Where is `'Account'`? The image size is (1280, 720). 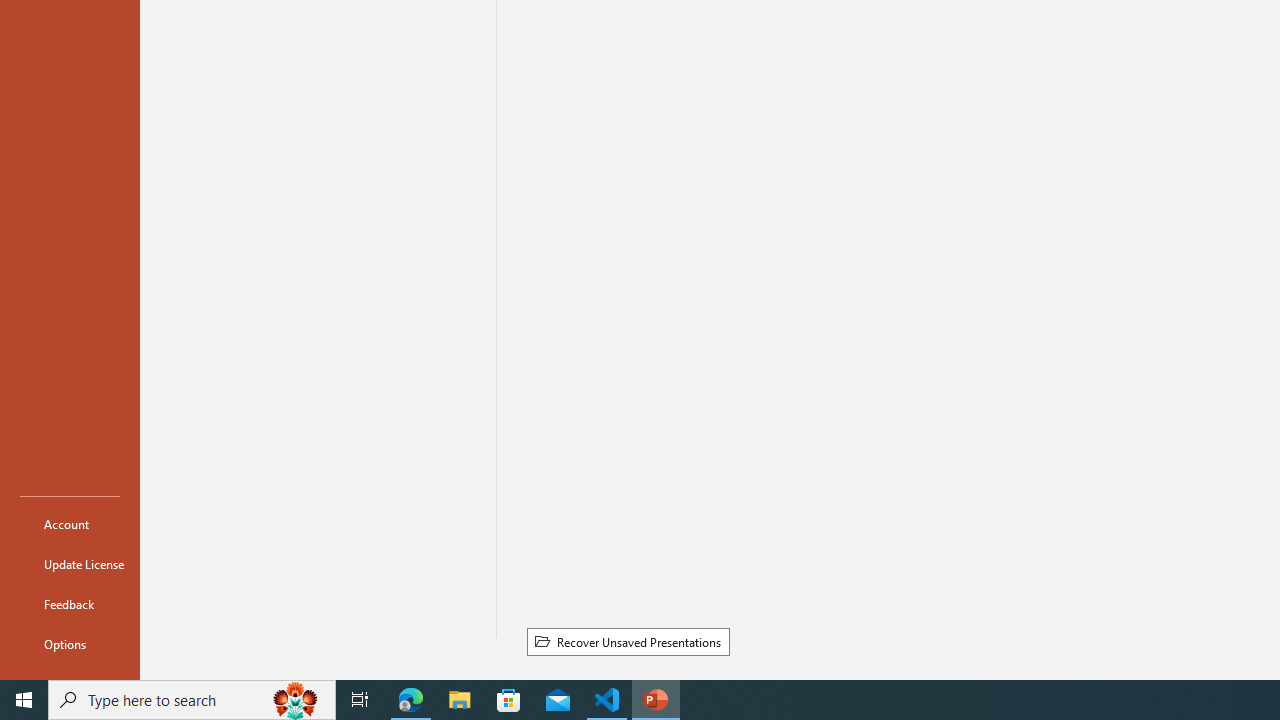
'Account' is located at coordinates (69, 523).